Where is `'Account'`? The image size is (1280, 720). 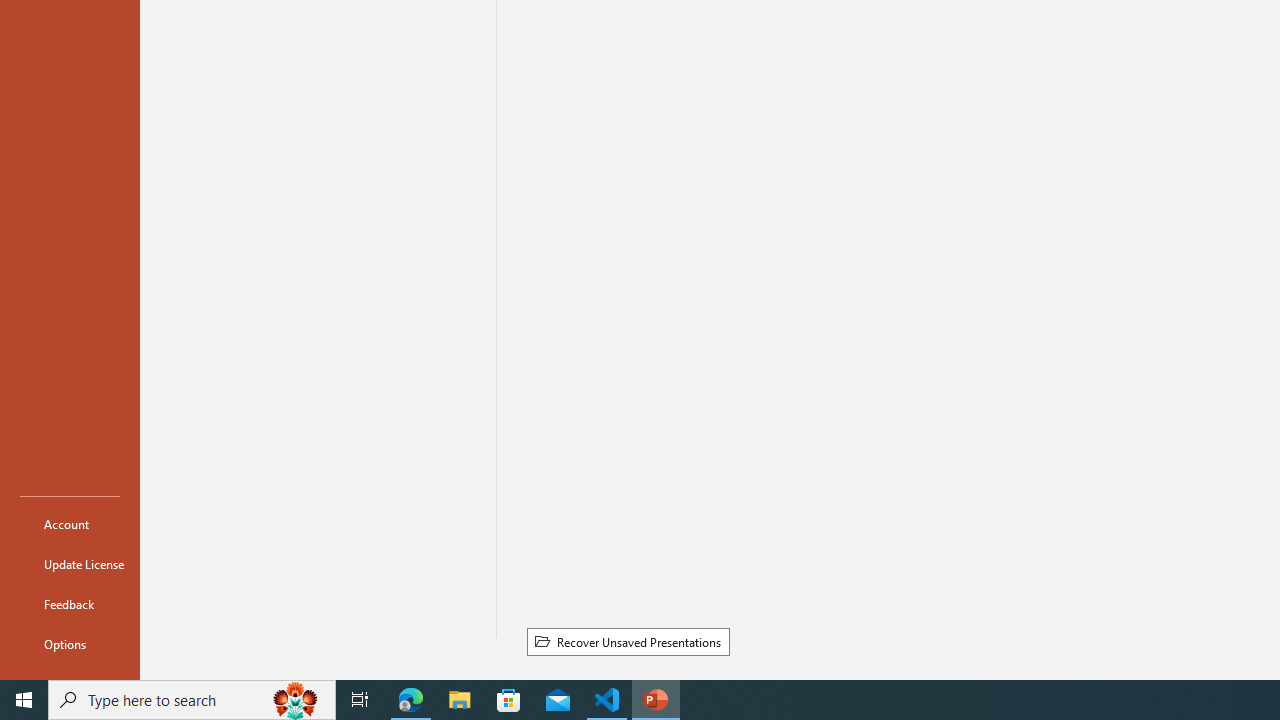
'Account' is located at coordinates (69, 523).